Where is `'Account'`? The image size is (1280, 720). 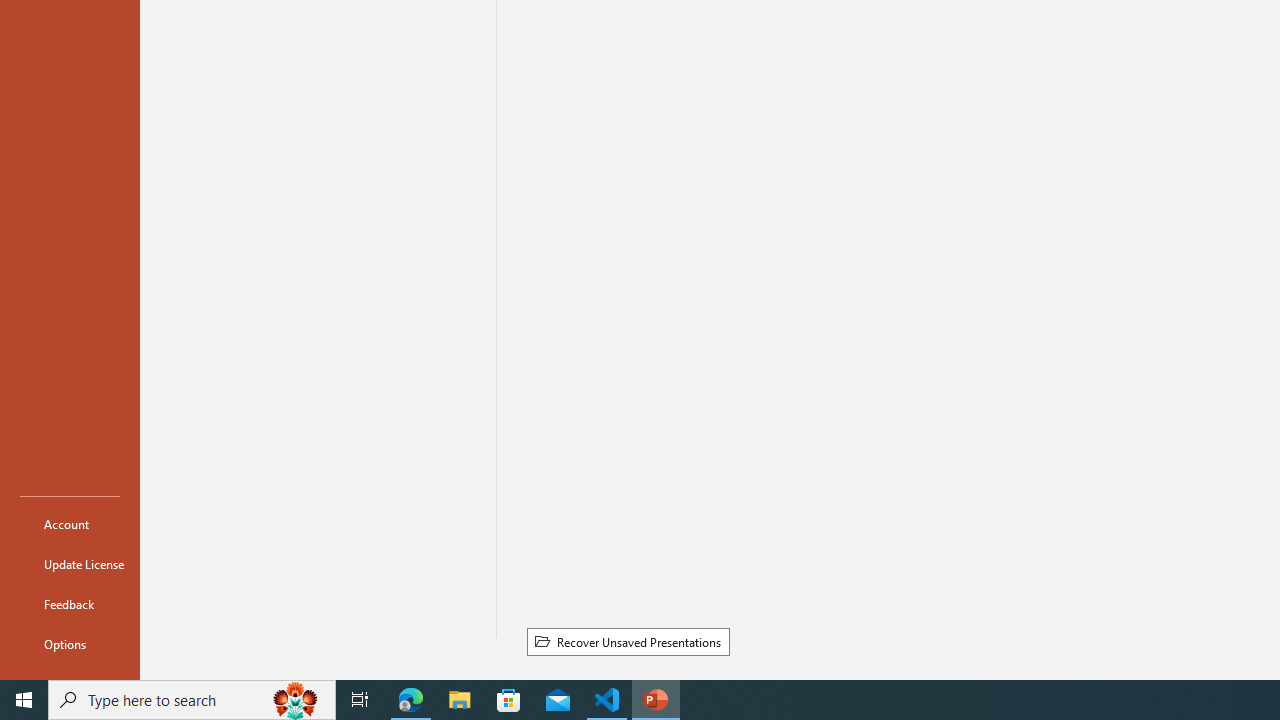
'Account' is located at coordinates (69, 523).